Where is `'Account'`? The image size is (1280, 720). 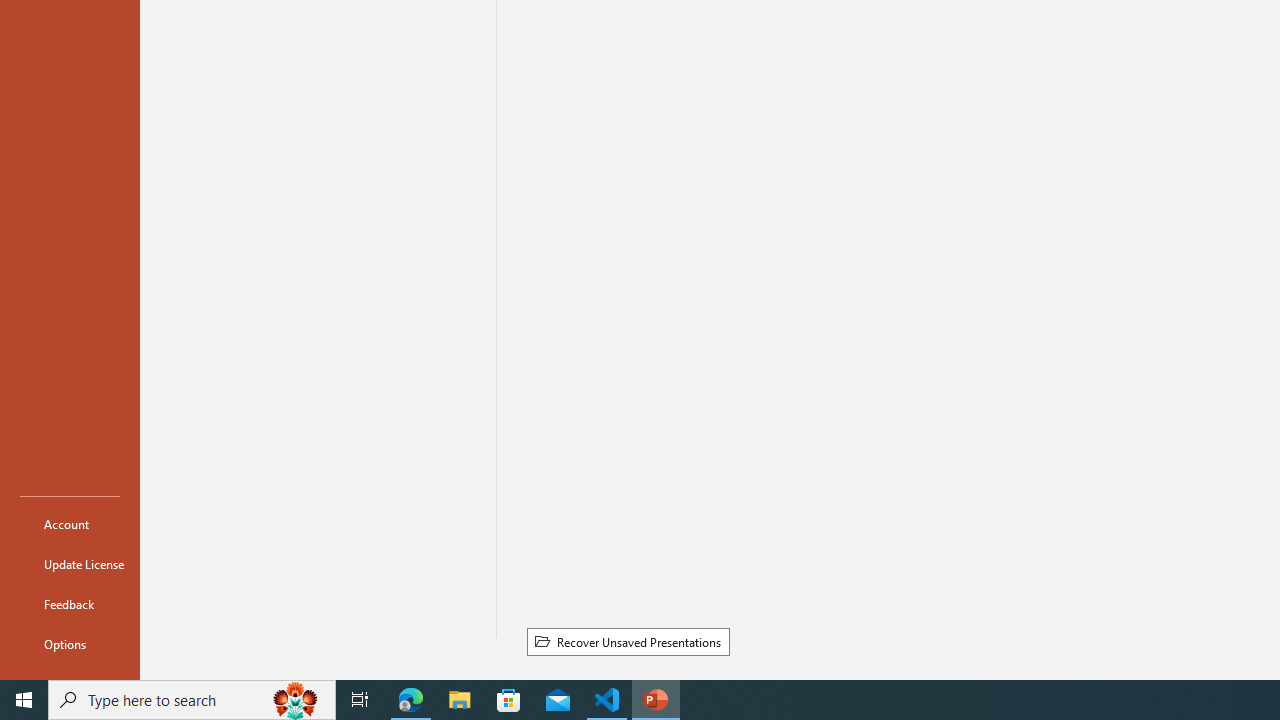
'Account' is located at coordinates (69, 523).